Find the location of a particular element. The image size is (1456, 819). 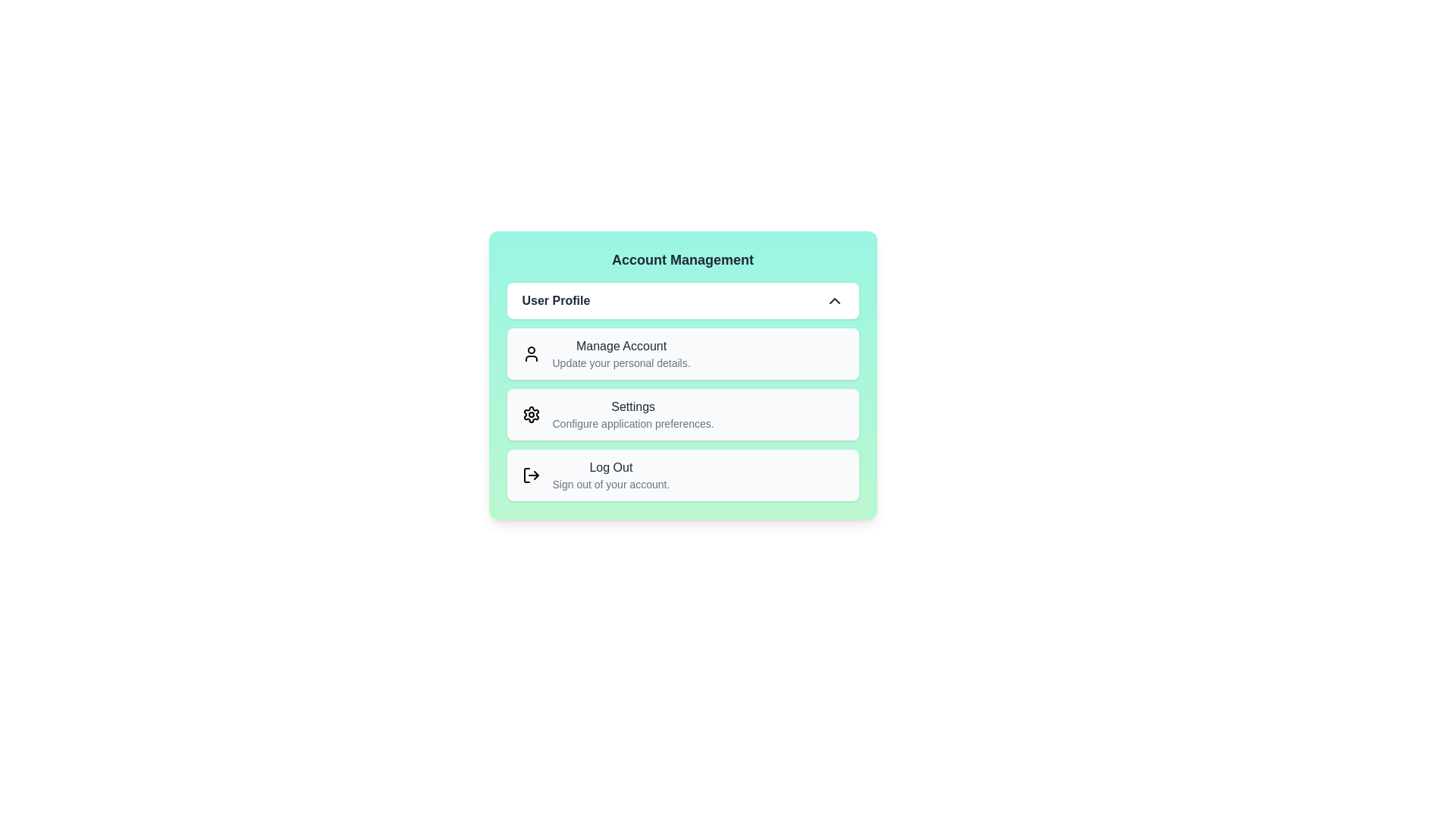

the dropdown button to toggle the menu visibility is located at coordinates (833, 301).